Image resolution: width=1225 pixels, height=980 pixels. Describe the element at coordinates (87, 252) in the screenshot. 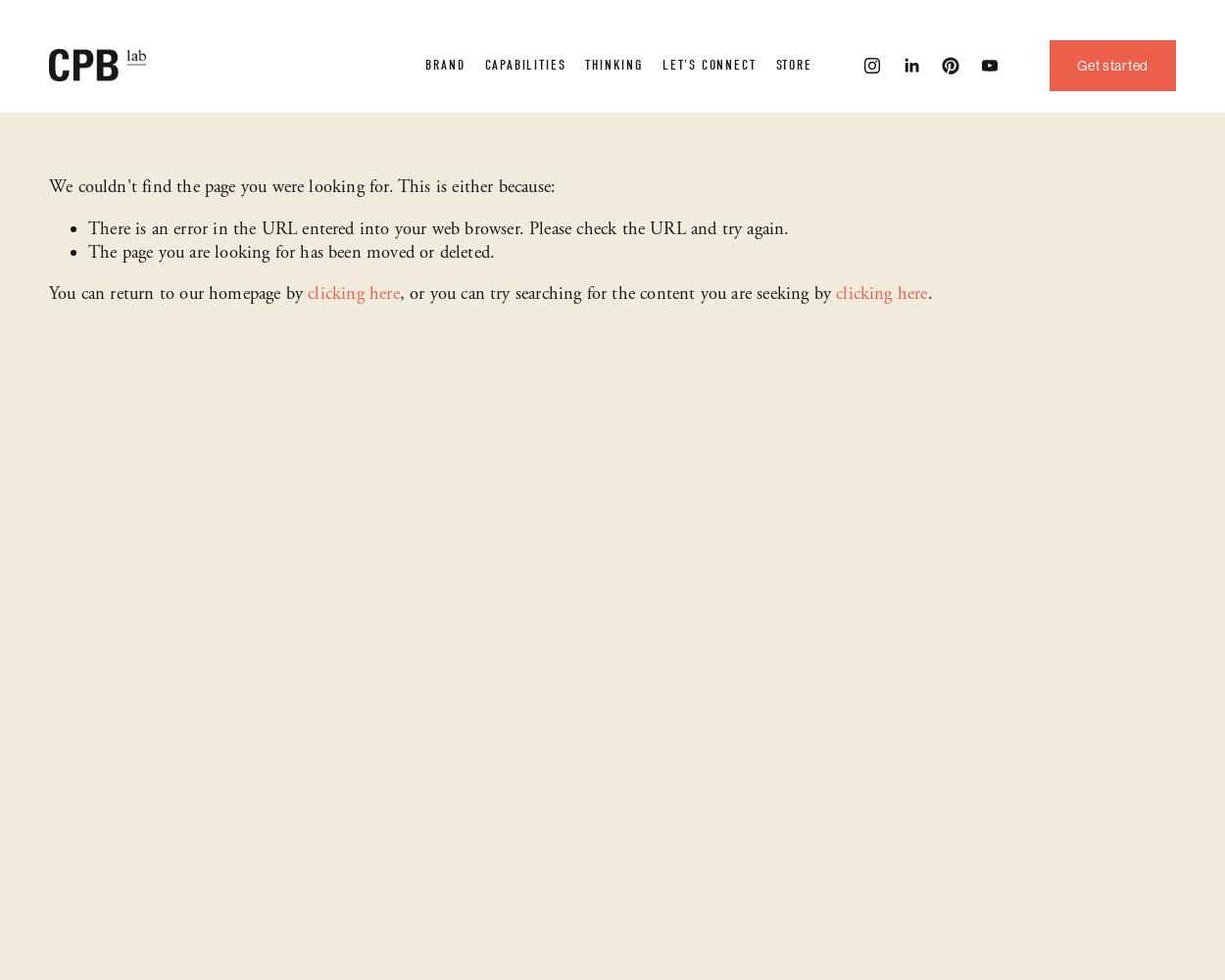

I see `'The page you are looking for has been moved or deleted.'` at that location.